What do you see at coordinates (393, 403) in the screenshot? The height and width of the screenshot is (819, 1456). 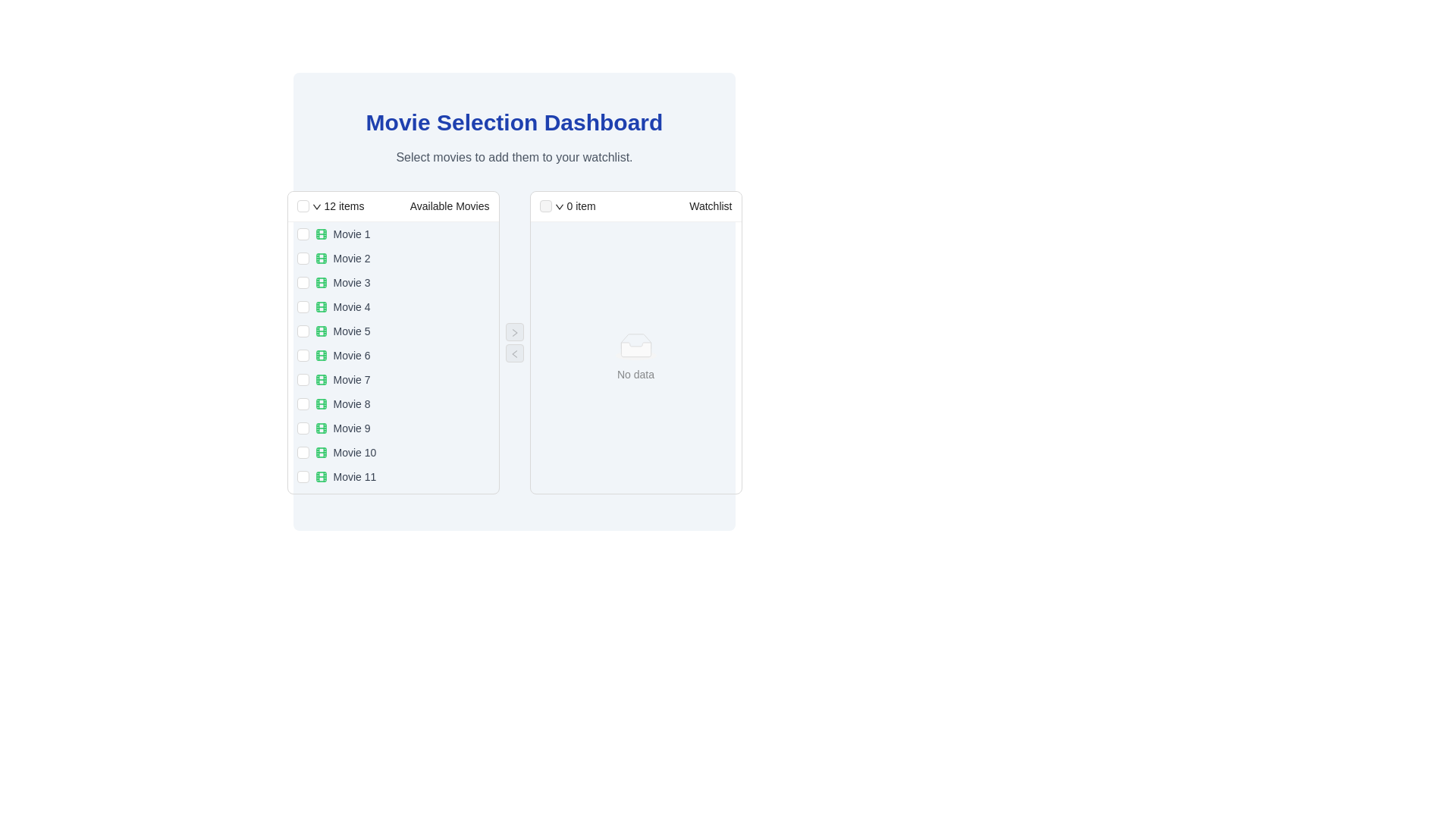 I see `the 'Movie 8' item in the 'Available Movies' list on the left side of the interface` at bounding box center [393, 403].